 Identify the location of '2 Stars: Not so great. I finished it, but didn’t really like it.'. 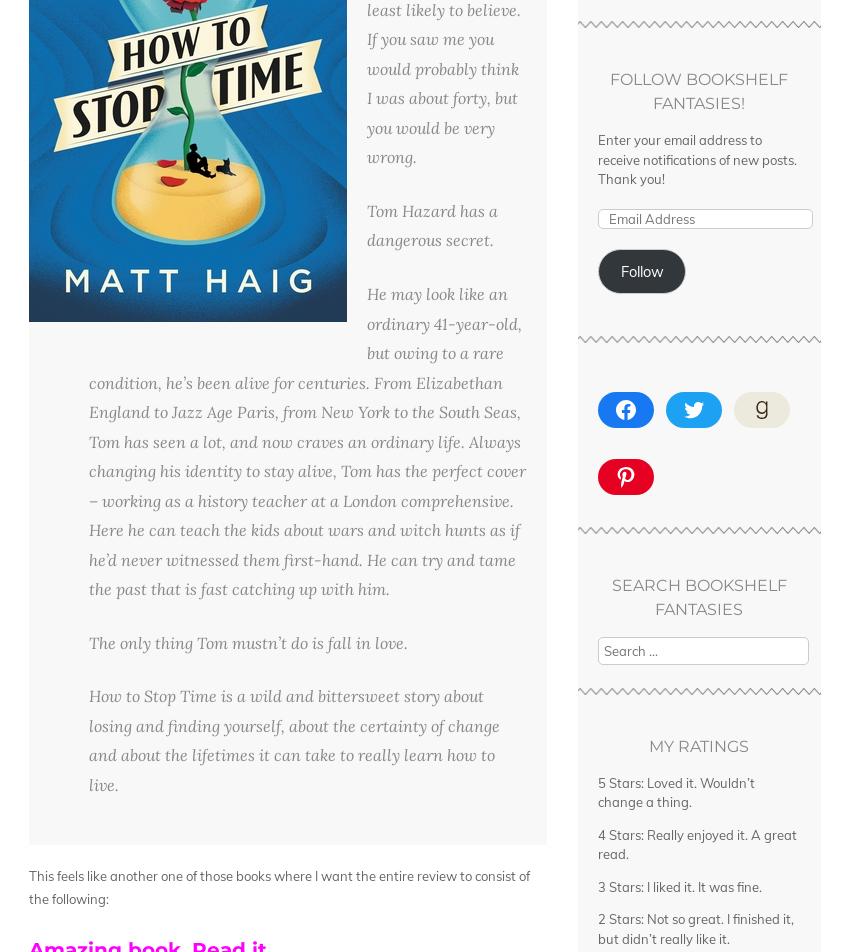
(694, 928).